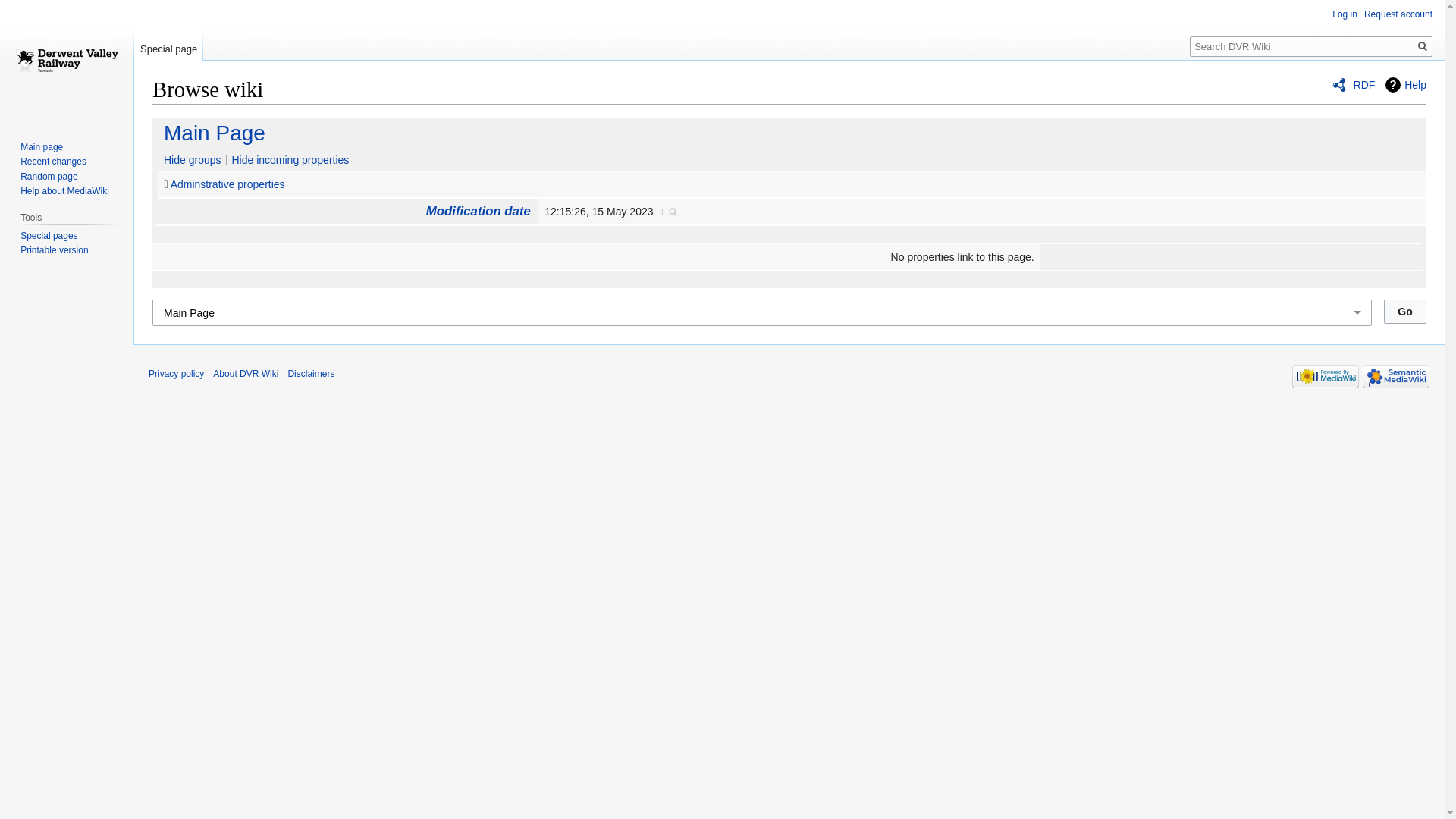  What do you see at coordinates (49, 236) in the screenshot?
I see `'Special pages'` at bounding box center [49, 236].